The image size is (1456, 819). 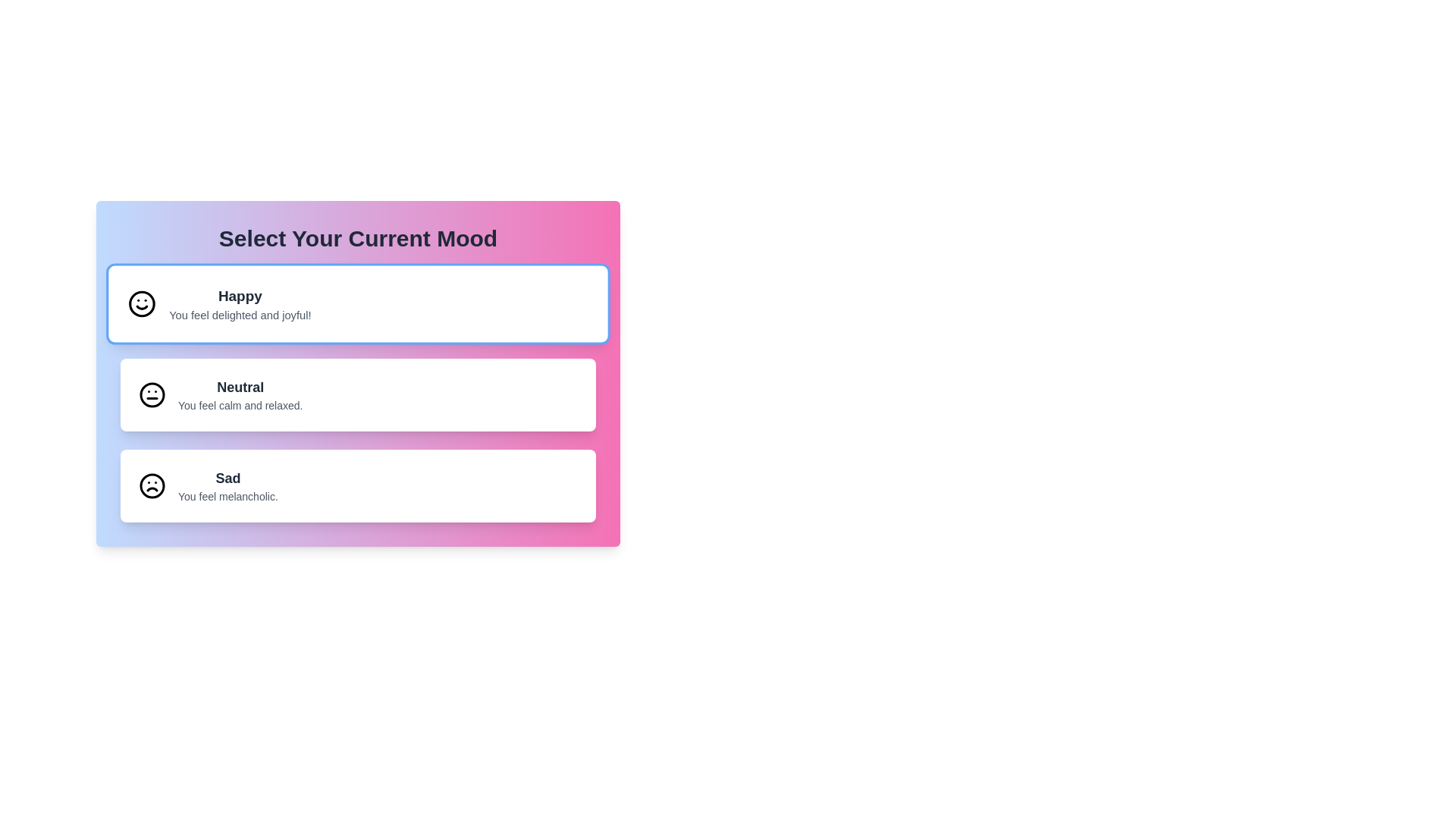 I want to click on the text label displaying the word 'Sad', which is styled in bold and located within the third section of mood options, so click(x=227, y=479).